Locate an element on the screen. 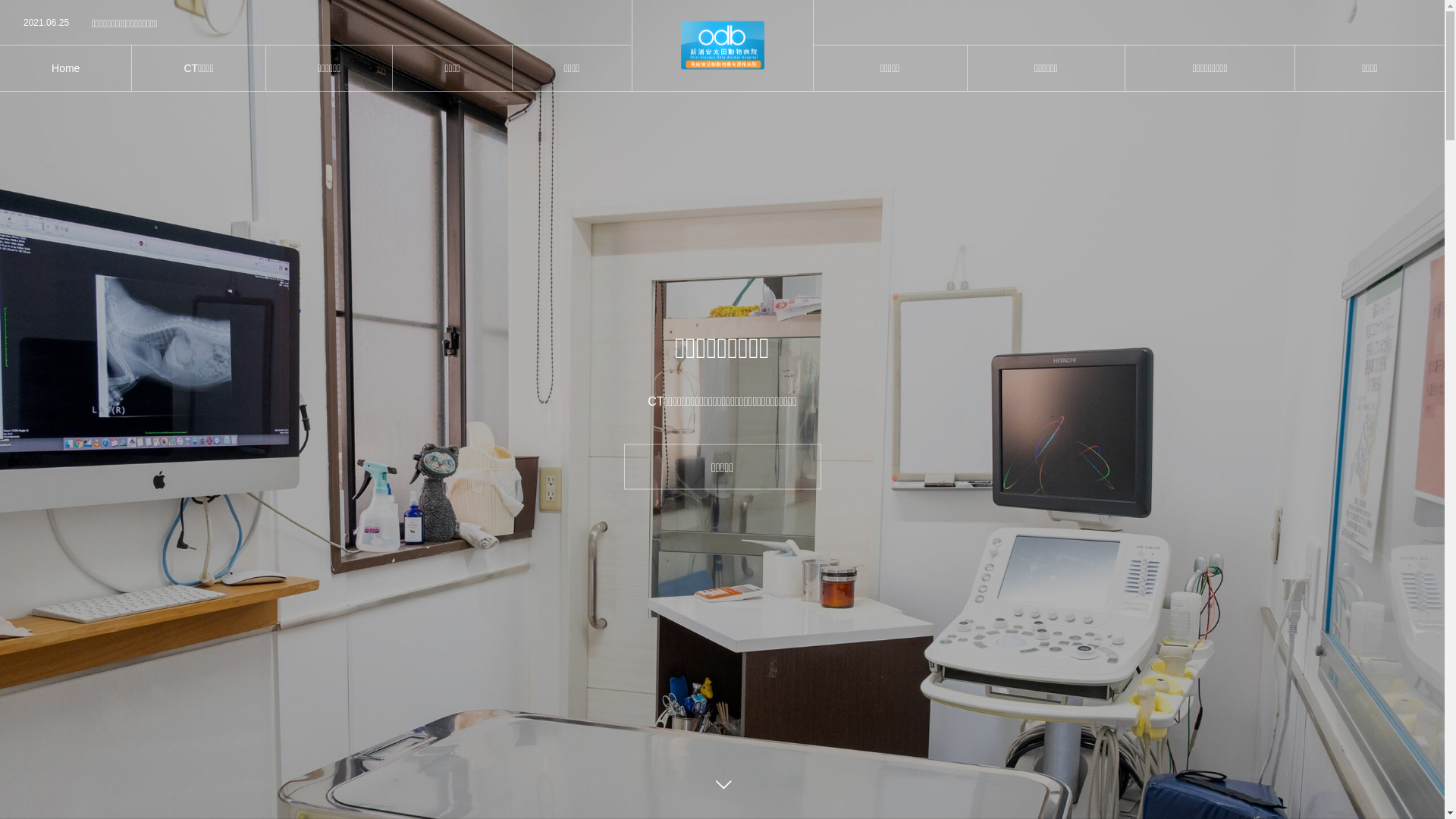 The height and width of the screenshot is (819, 1456). 'Home' is located at coordinates (64, 67).